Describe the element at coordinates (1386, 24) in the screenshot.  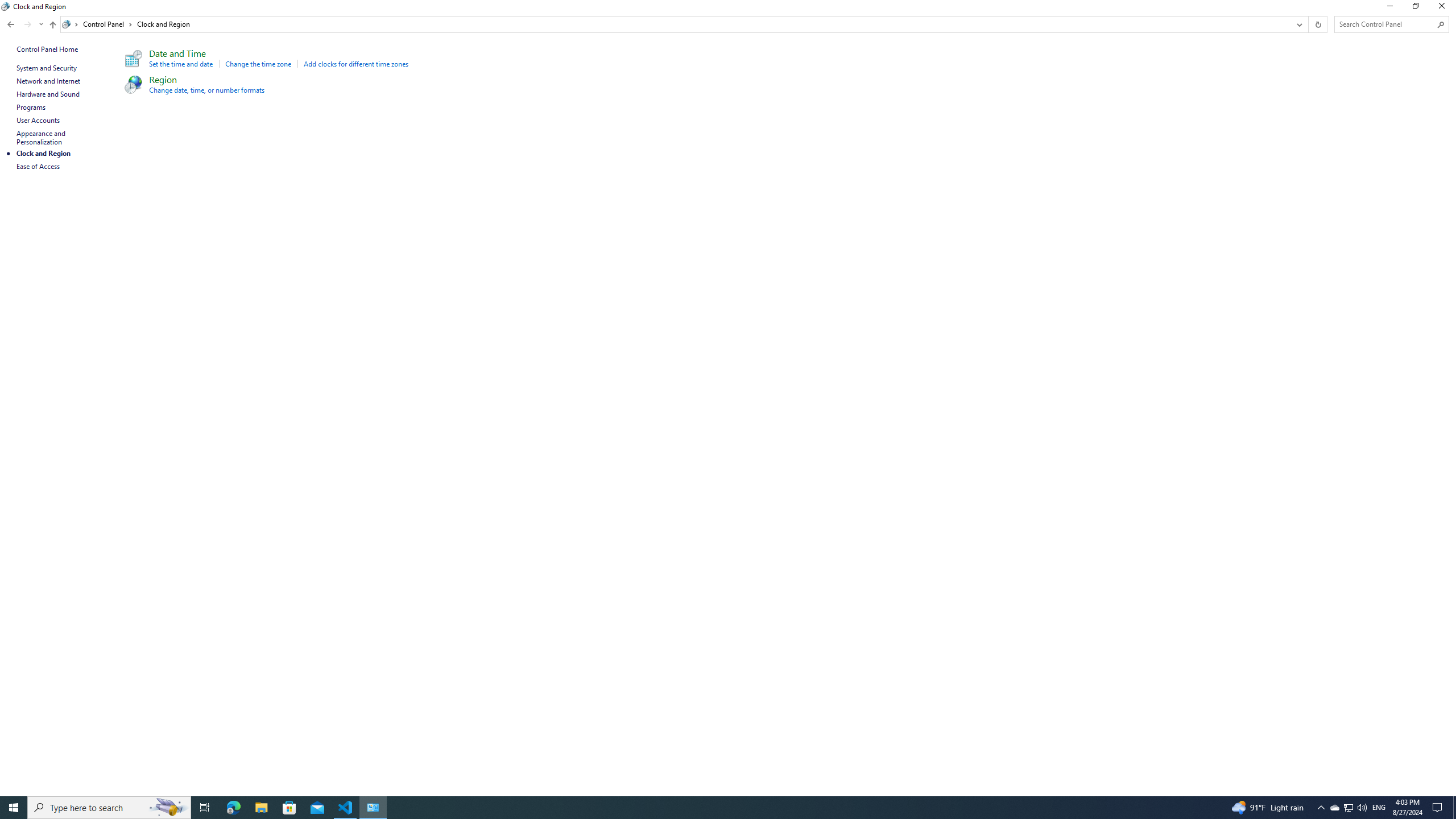
I see `'Search Box'` at that location.